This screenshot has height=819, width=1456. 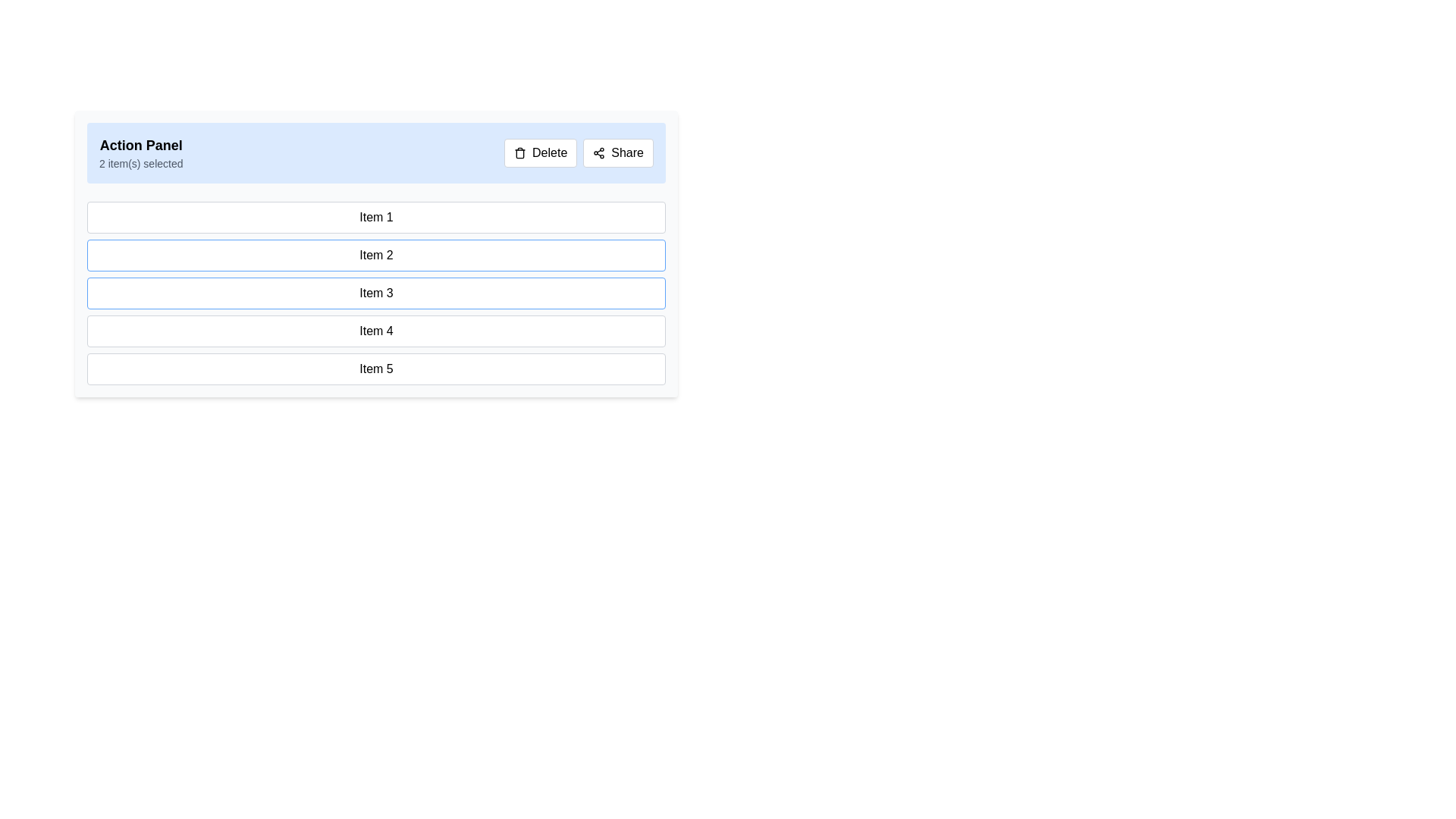 I want to click on the static text label indicating that two items have been selected, located on the upper-left side of the light blue header panel, so click(x=141, y=152).